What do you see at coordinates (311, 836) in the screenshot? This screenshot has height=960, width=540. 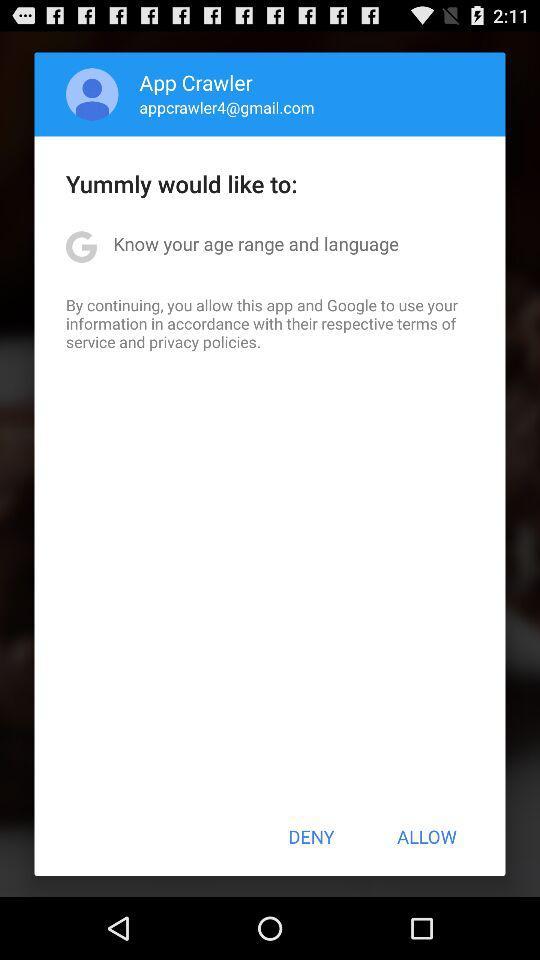 I see `deny icon` at bounding box center [311, 836].